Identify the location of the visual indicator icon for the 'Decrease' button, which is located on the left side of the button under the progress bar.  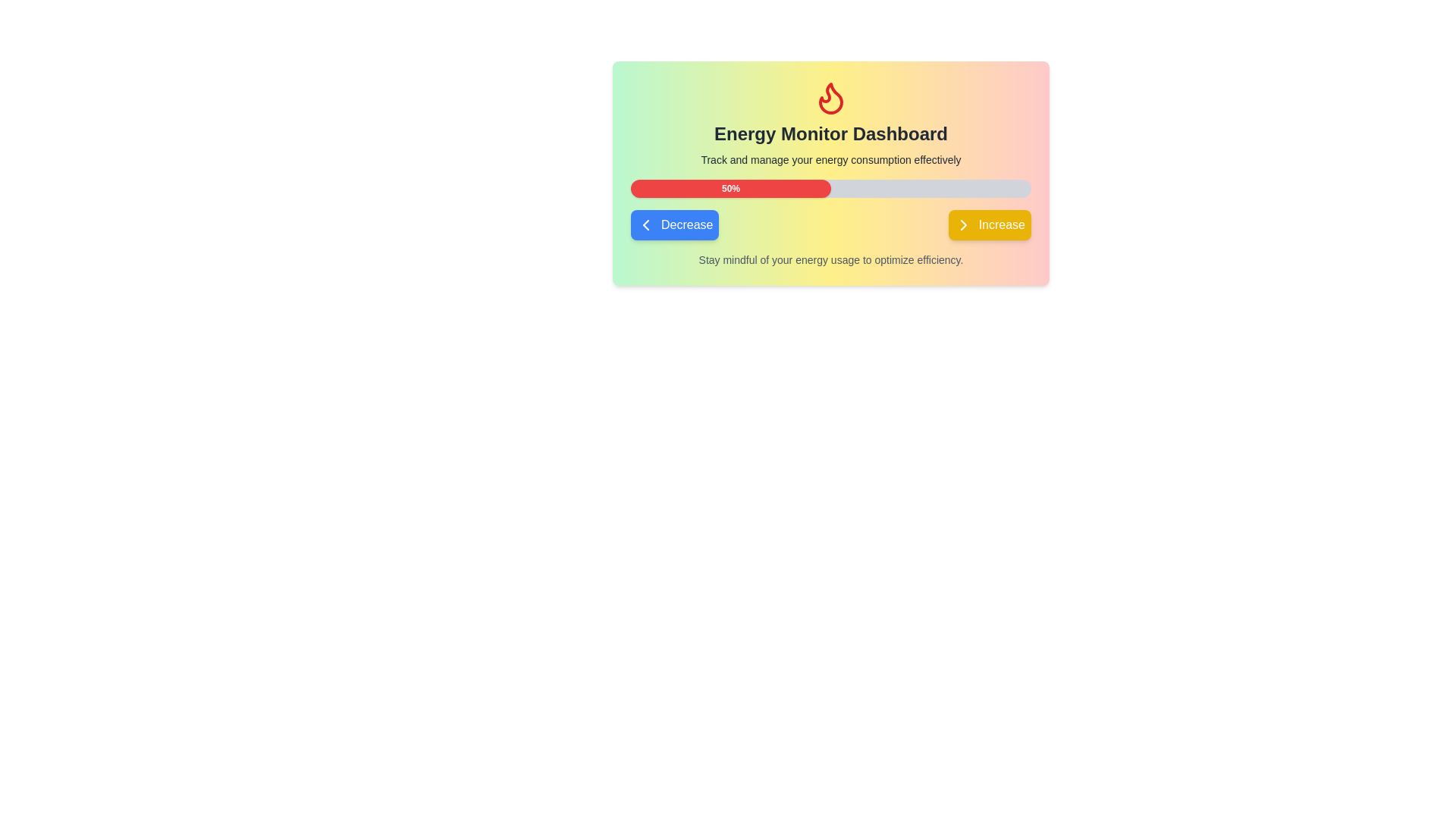
(645, 225).